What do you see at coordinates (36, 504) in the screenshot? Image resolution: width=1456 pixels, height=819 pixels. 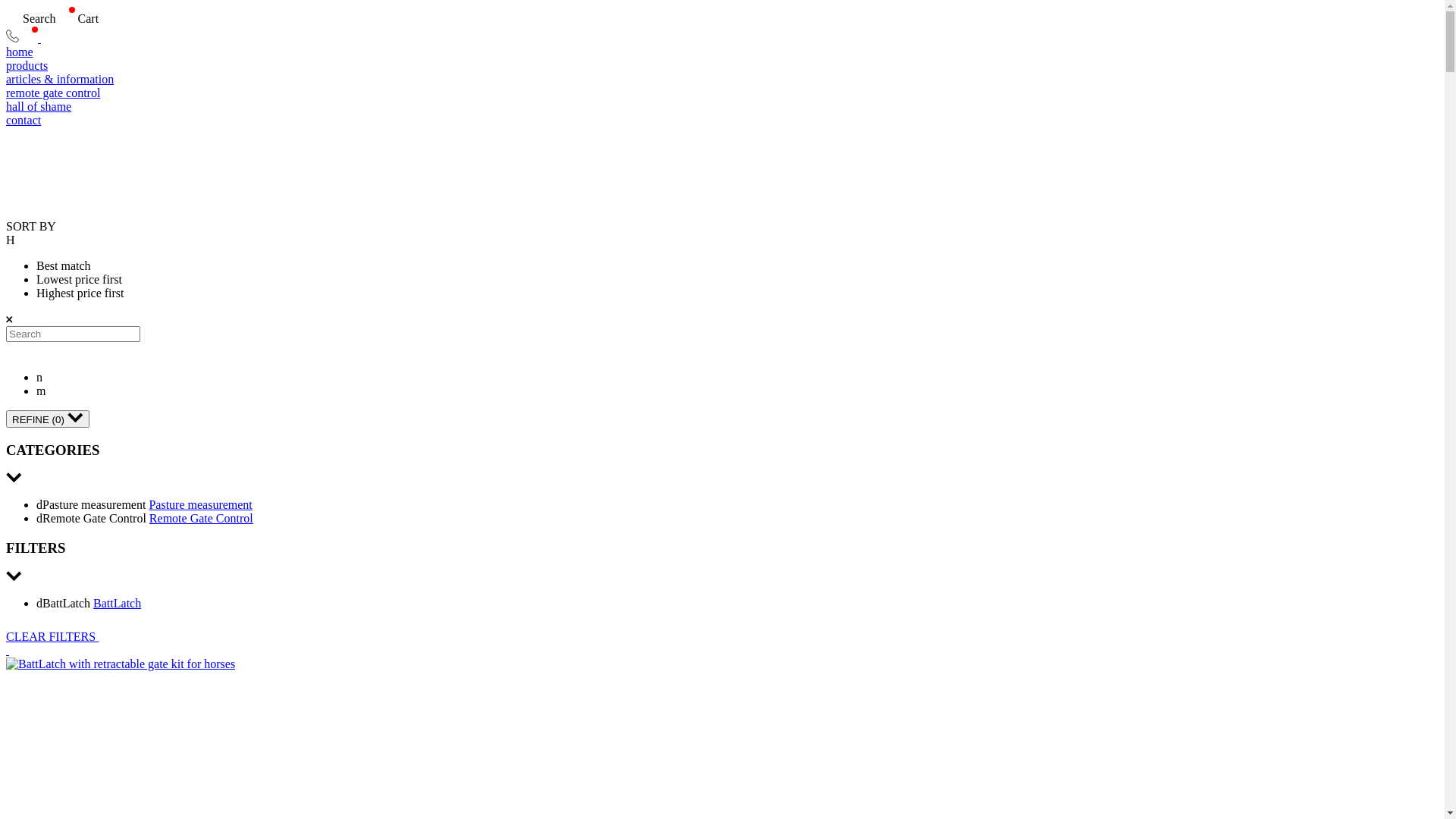 I see `'dPasture measurement'` at bounding box center [36, 504].